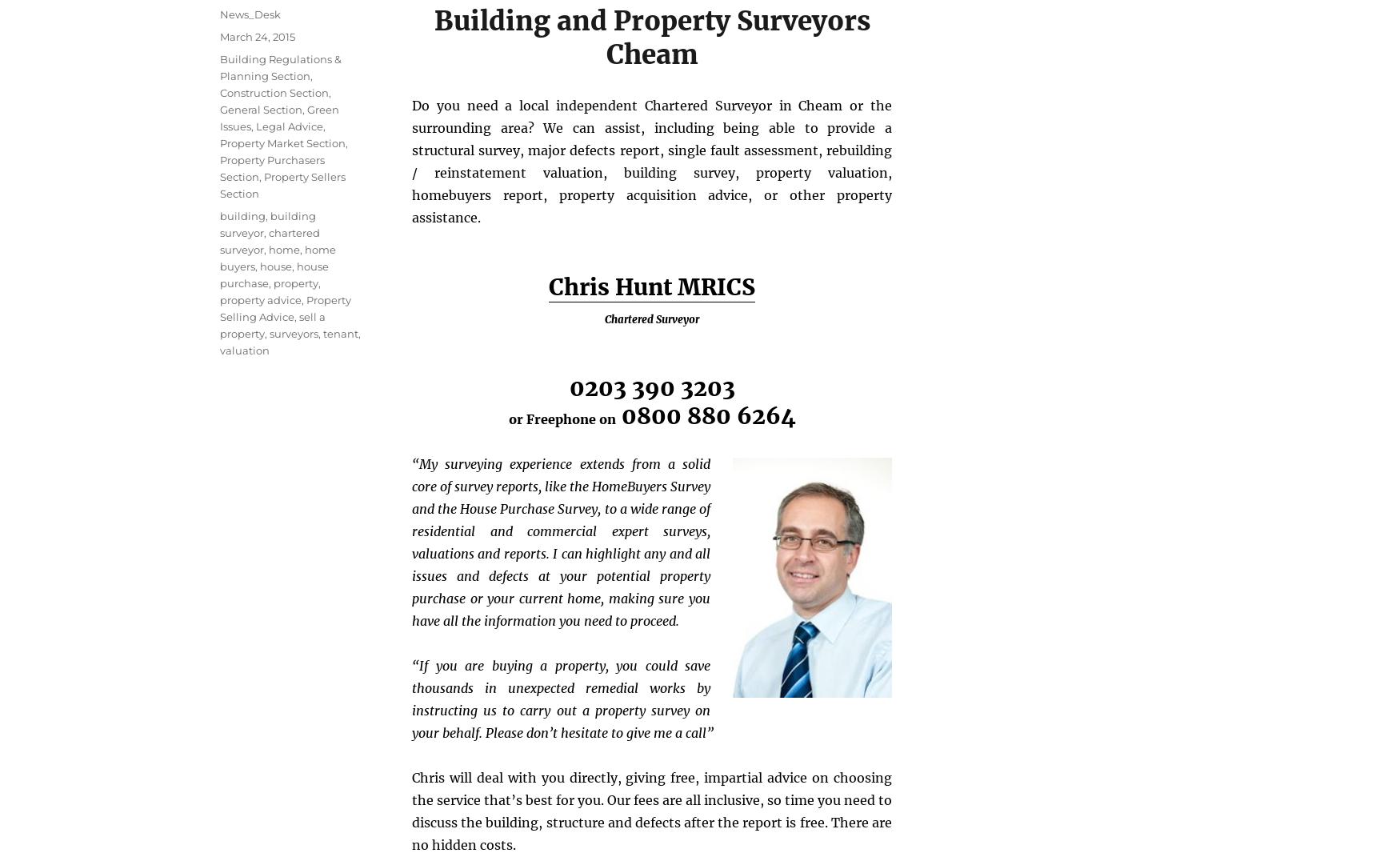 The height and width of the screenshot is (857, 1400). What do you see at coordinates (275, 265) in the screenshot?
I see `'house'` at bounding box center [275, 265].